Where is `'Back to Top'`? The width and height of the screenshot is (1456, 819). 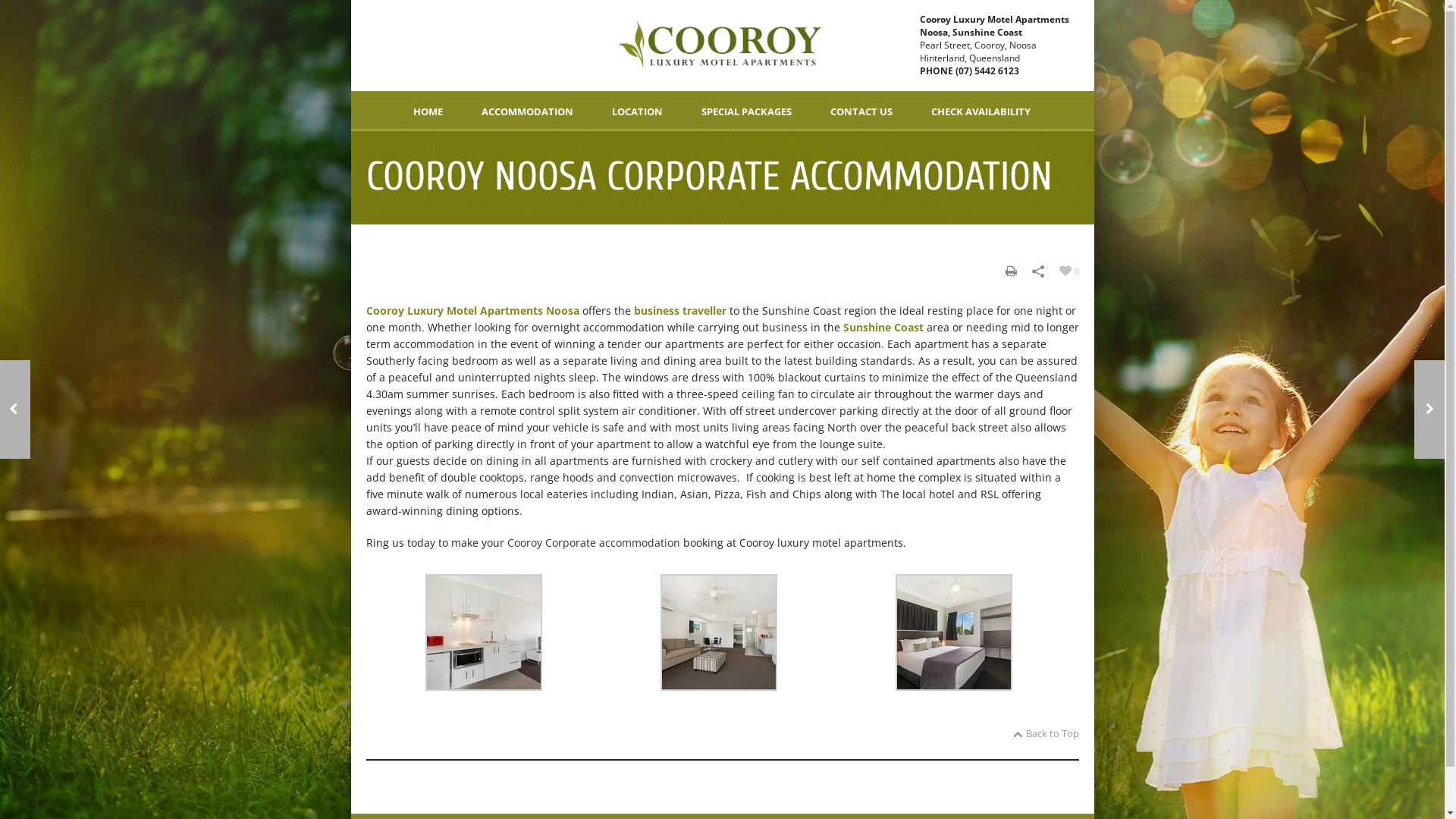 'Back to Top' is located at coordinates (1045, 733).